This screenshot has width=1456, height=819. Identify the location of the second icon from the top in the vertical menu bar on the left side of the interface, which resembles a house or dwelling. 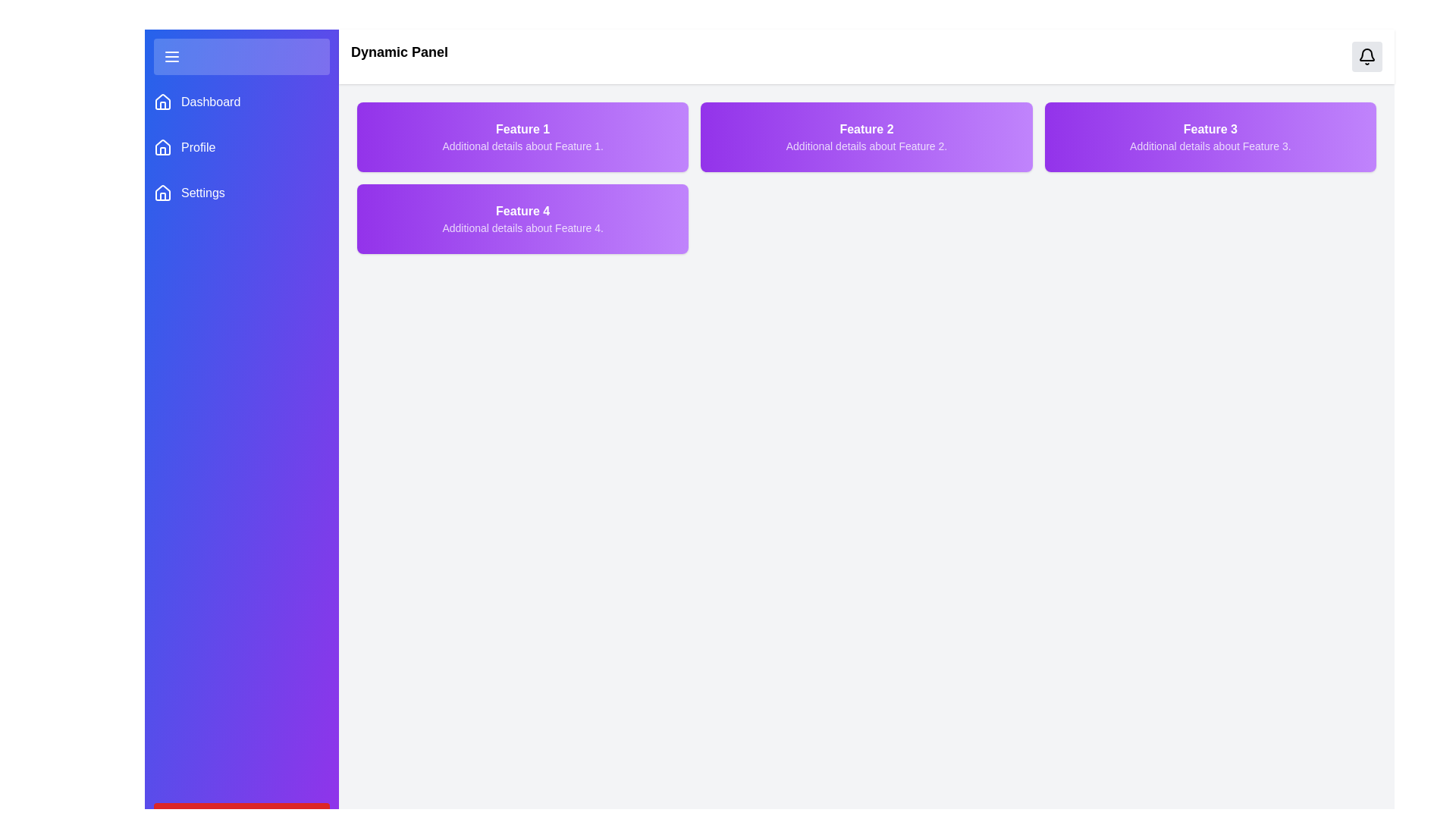
(163, 105).